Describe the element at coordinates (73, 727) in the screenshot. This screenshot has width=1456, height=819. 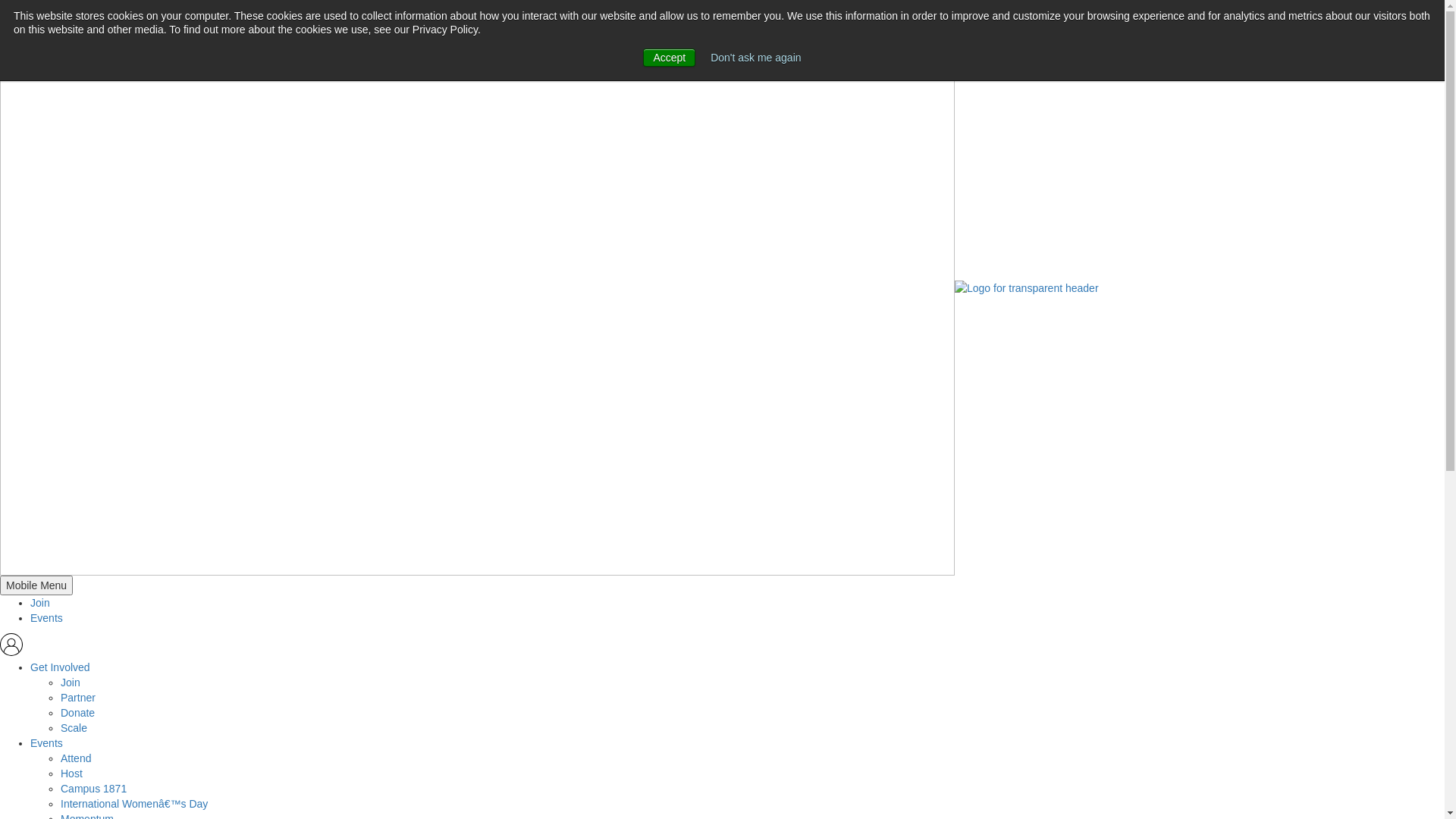
I see `'Scale'` at that location.